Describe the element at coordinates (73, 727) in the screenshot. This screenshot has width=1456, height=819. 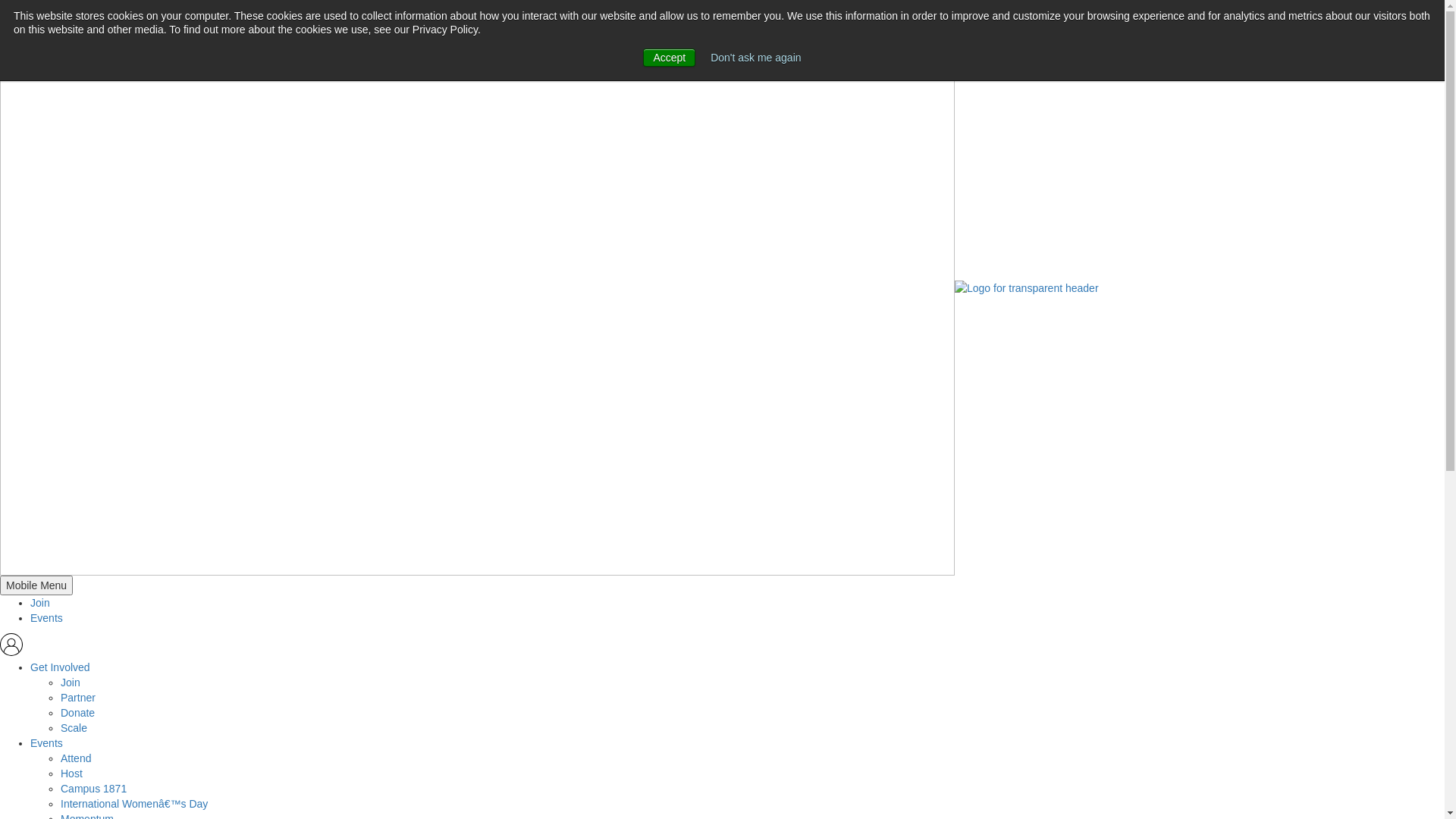
I see `'Scale'` at that location.